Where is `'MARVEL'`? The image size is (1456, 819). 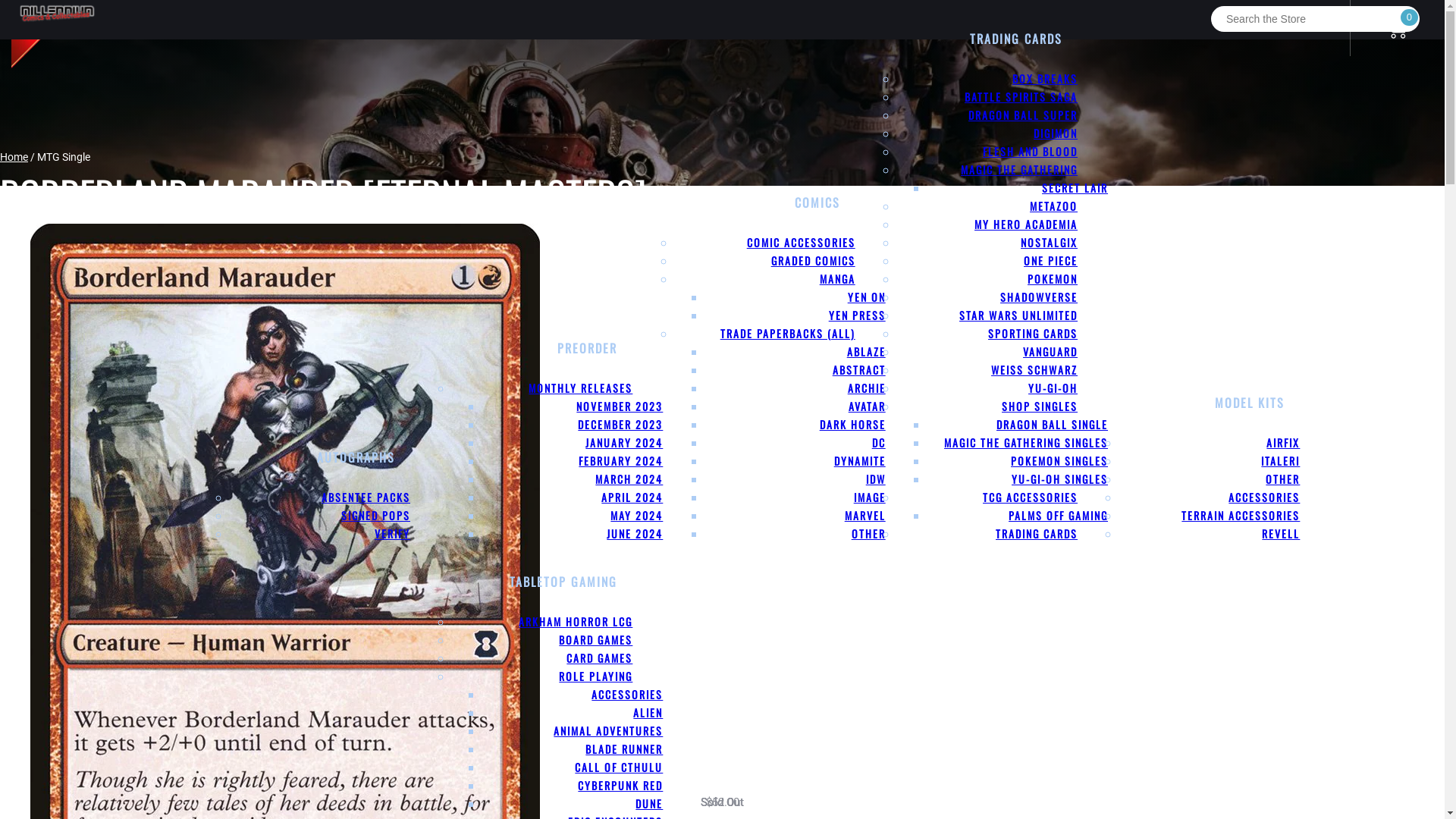 'MARVEL' is located at coordinates (843, 514).